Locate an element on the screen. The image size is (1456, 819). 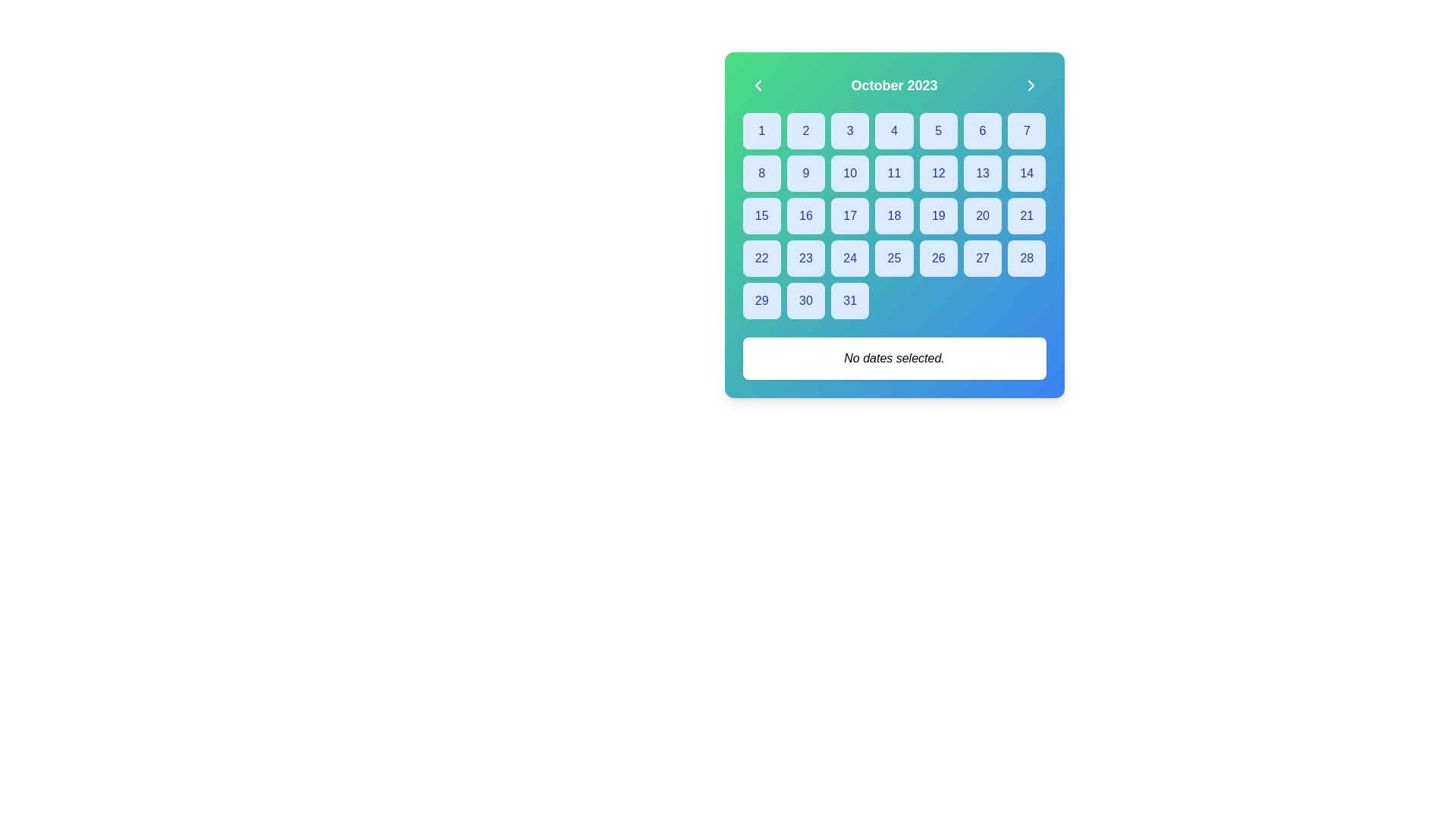
the left-facing chevron icon with a white outline against a green circular background located in the top-left corner of the calendar header is located at coordinates (758, 85).